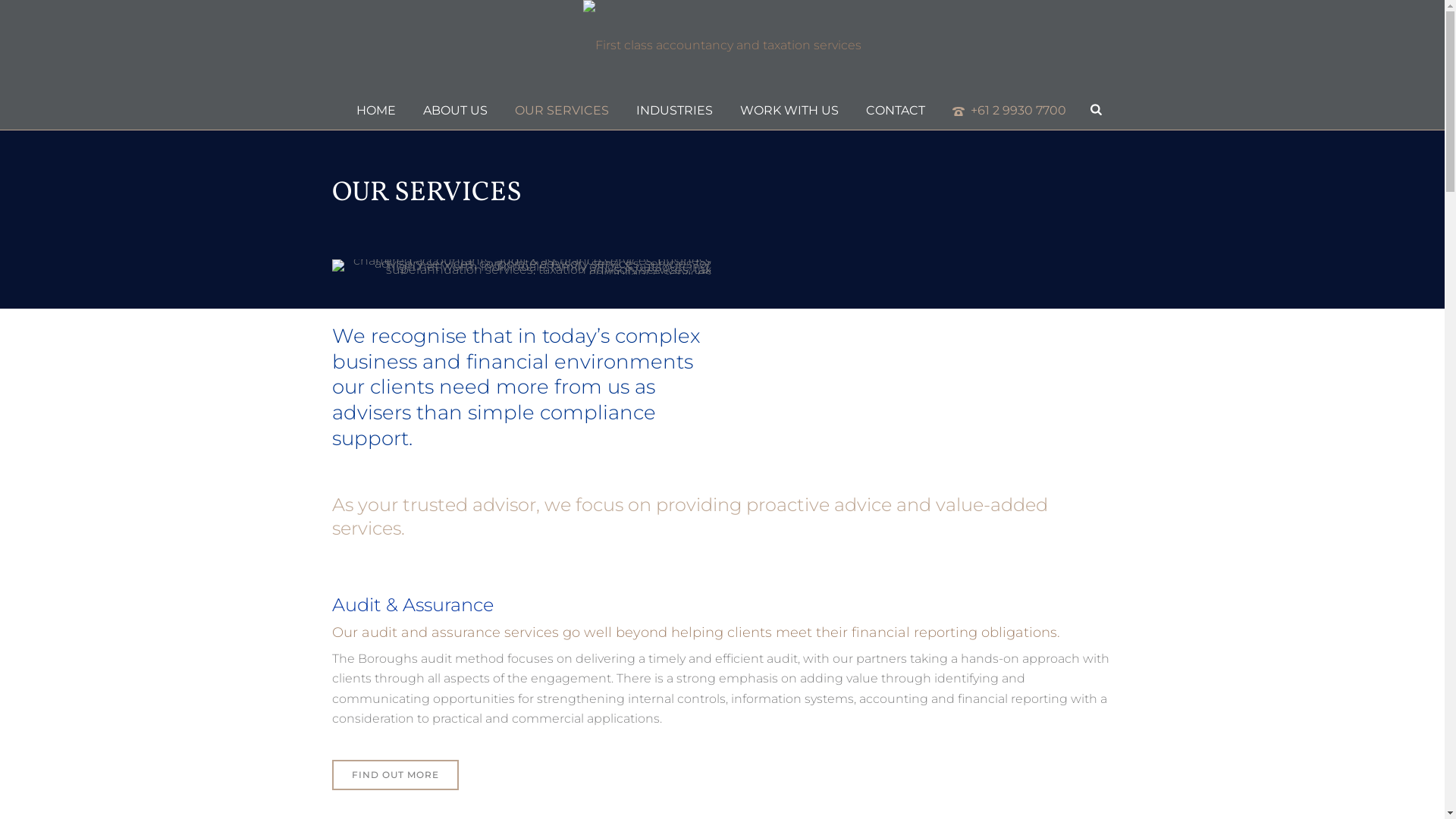 The height and width of the screenshot is (819, 1456). Describe the element at coordinates (341, 109) in the screenshot. I see `'HOME'` at that location.